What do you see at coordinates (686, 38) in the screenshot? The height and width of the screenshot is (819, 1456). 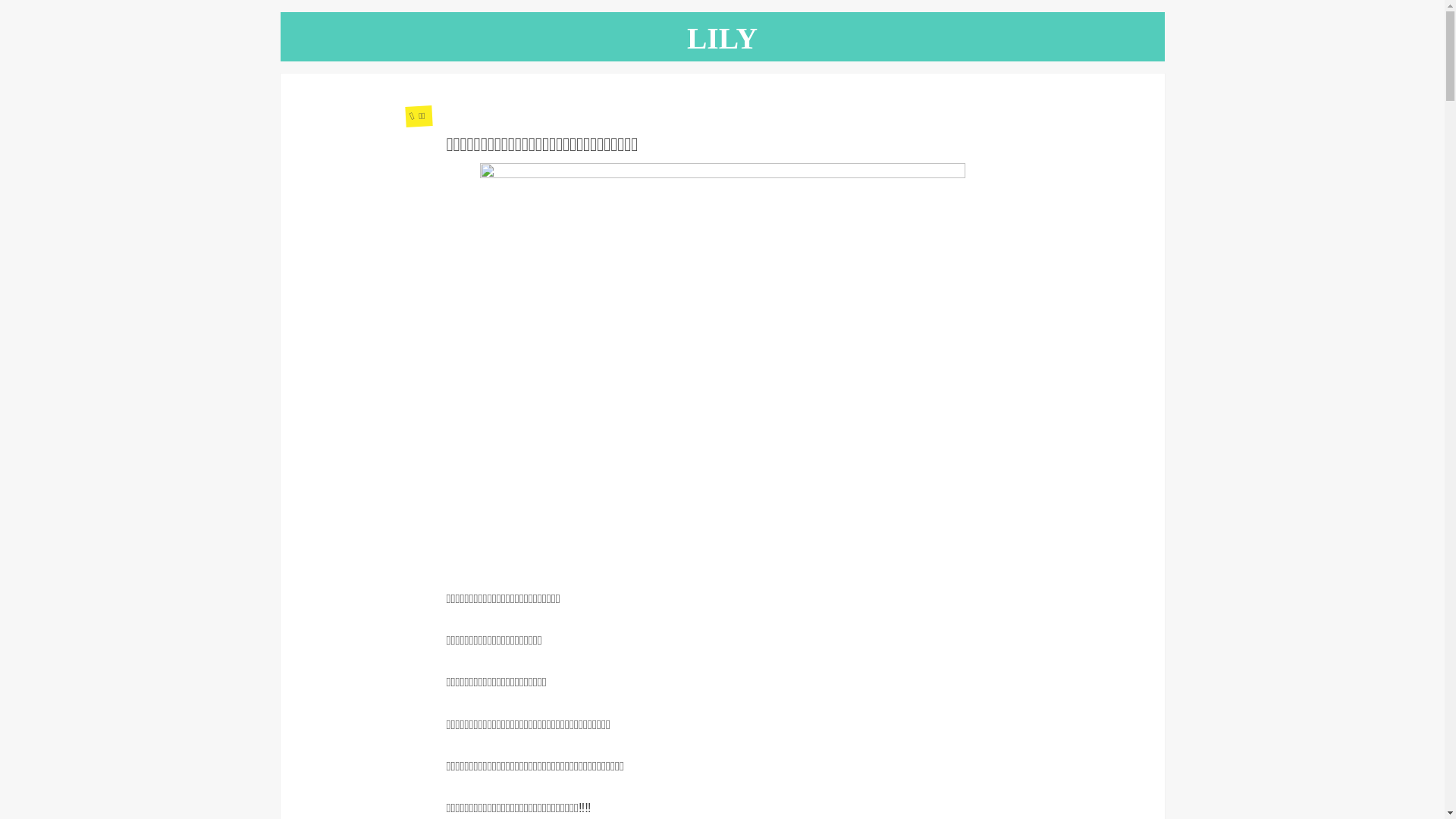 I see `'LILY'` at bounding box center [686, 38].